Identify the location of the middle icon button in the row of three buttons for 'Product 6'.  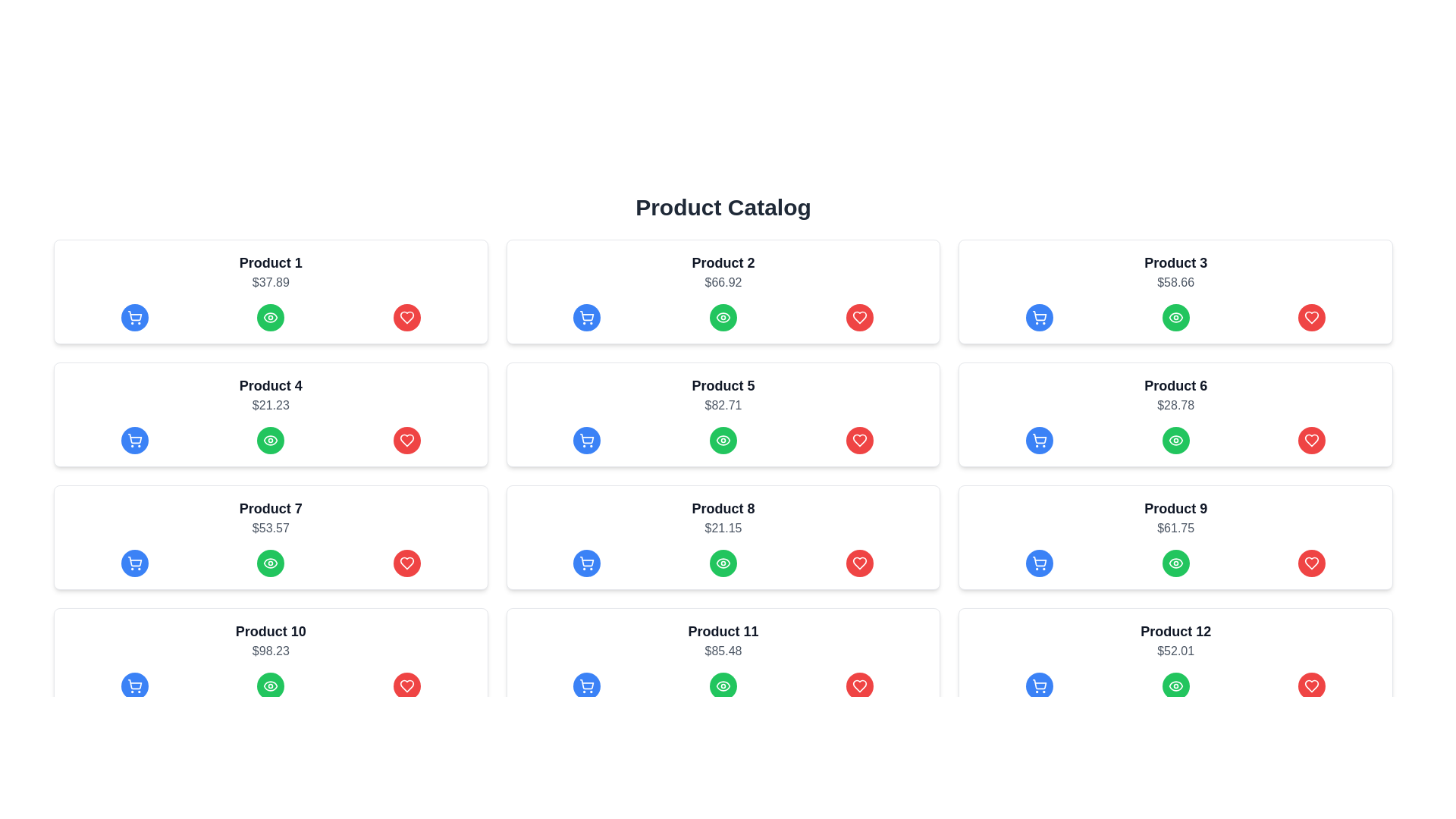
(1175, 441).